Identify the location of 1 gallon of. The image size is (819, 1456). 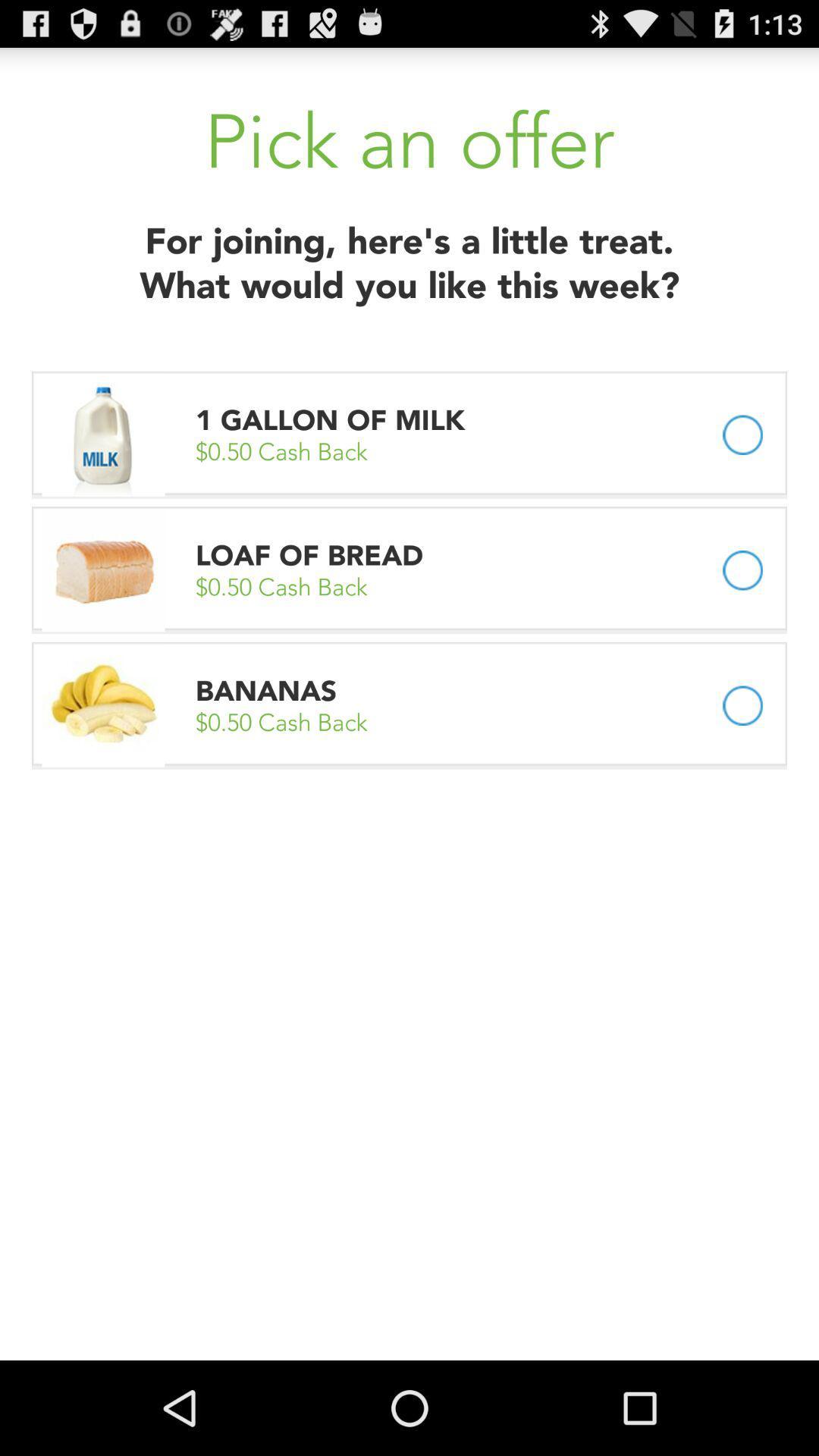
(333, 420).